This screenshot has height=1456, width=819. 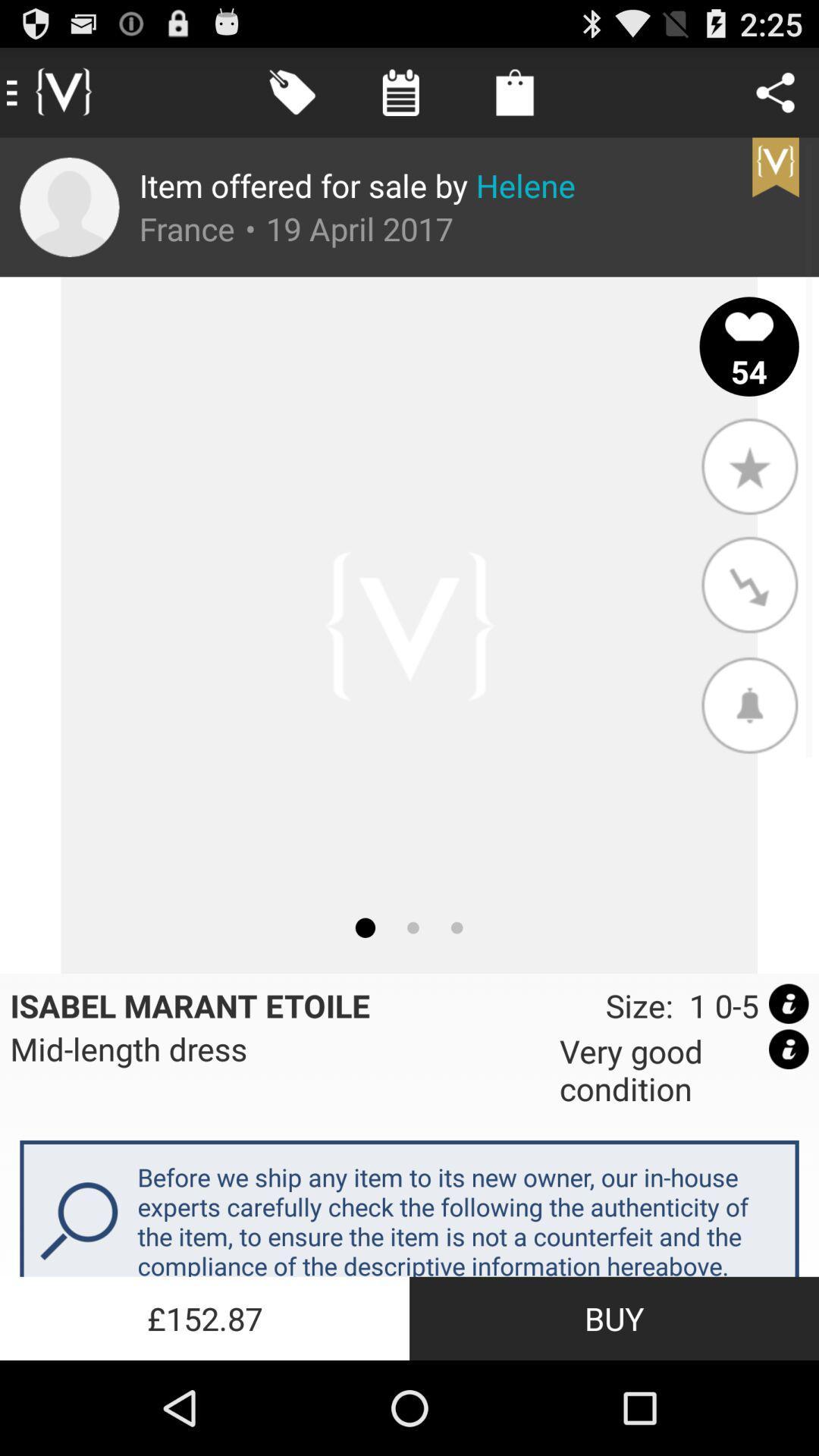 I want to click on the notifications icon, so click(x=748, y=754).